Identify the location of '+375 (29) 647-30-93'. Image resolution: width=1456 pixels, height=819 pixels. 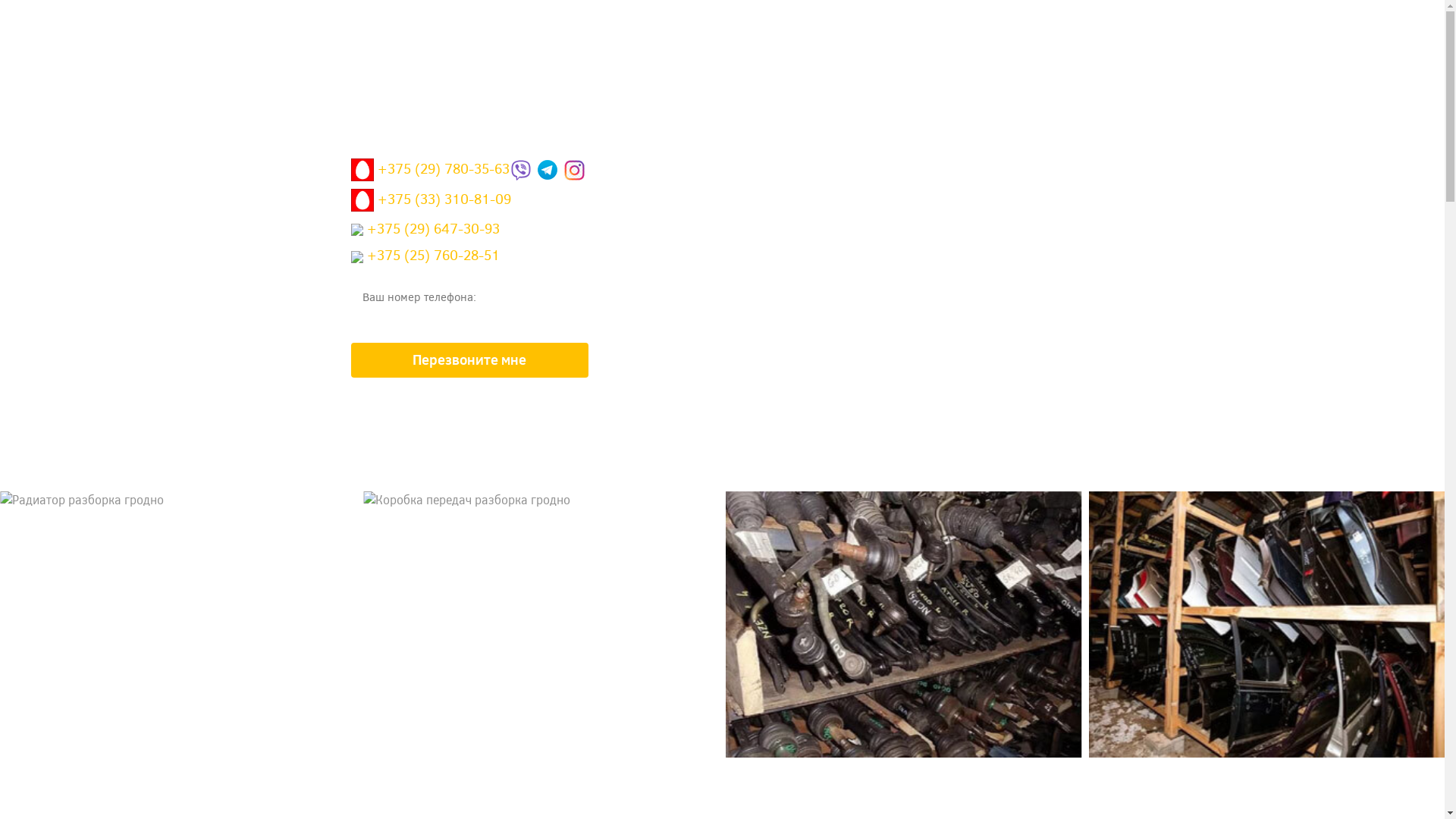
(425, 233).